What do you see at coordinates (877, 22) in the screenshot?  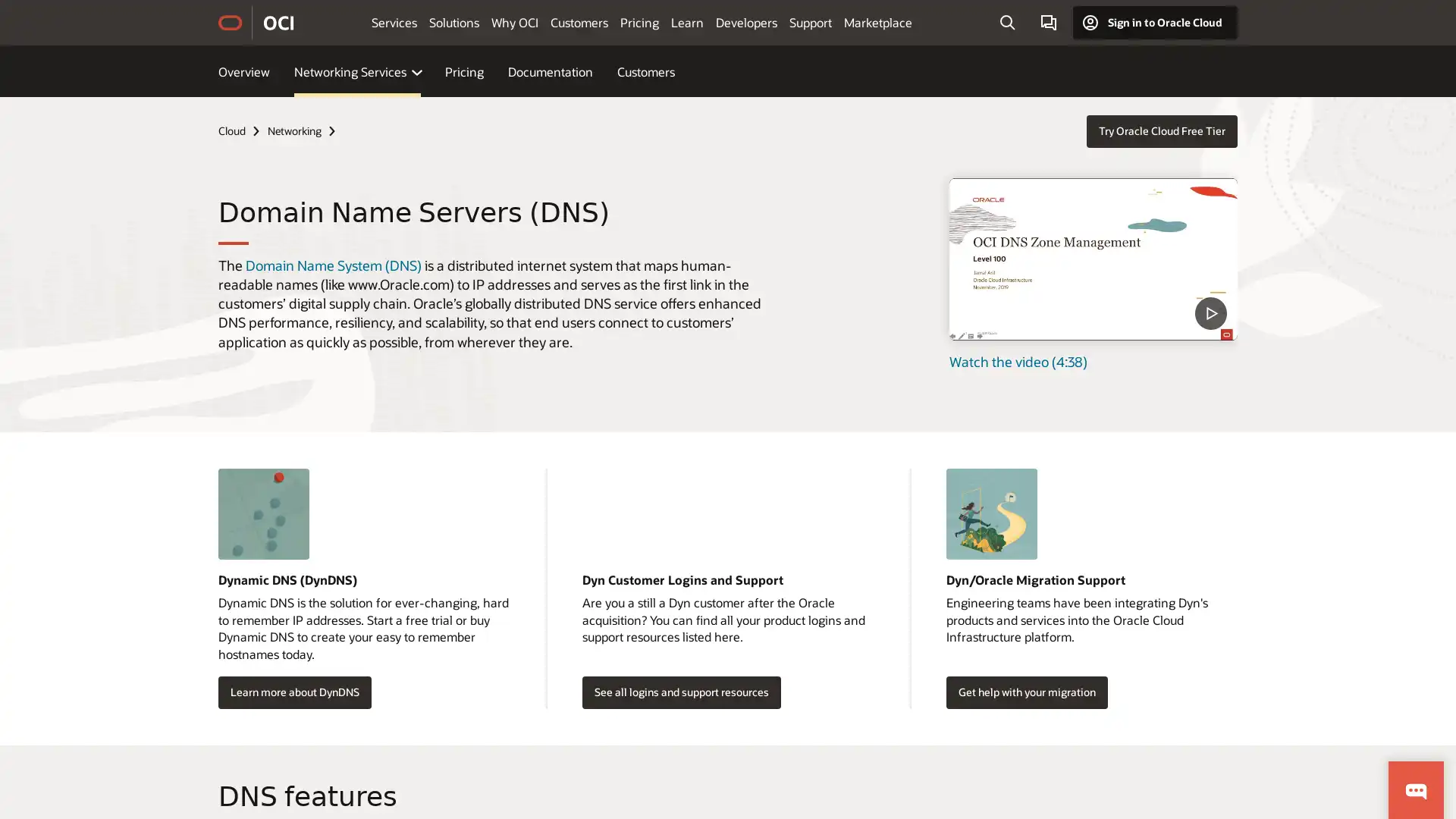 I see `Marketplace` at bounding box center [877, 22].